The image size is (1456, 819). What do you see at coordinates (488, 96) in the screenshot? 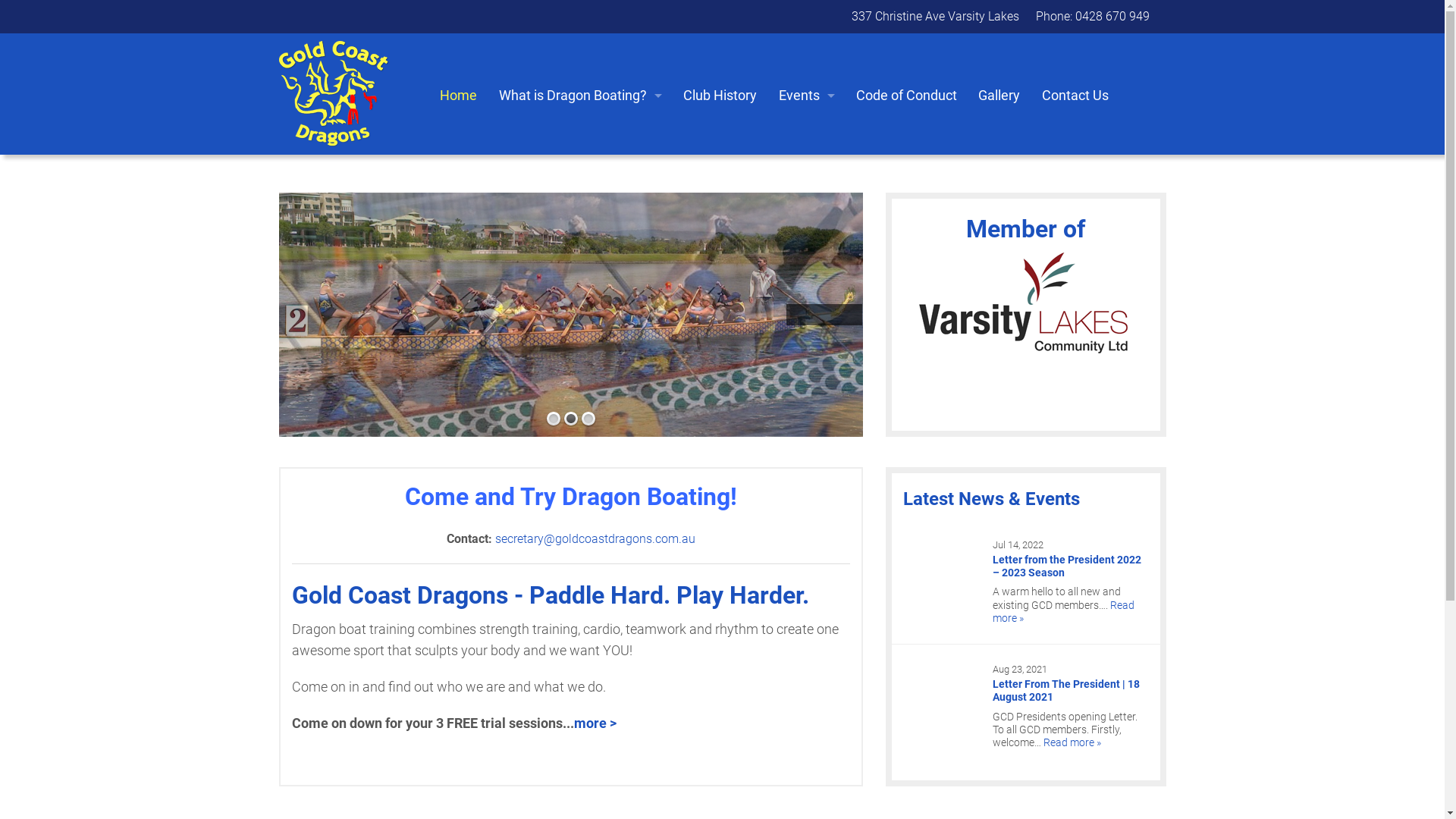
I see `'What is Dragon Boating?'` at bounding box center [488, 96].